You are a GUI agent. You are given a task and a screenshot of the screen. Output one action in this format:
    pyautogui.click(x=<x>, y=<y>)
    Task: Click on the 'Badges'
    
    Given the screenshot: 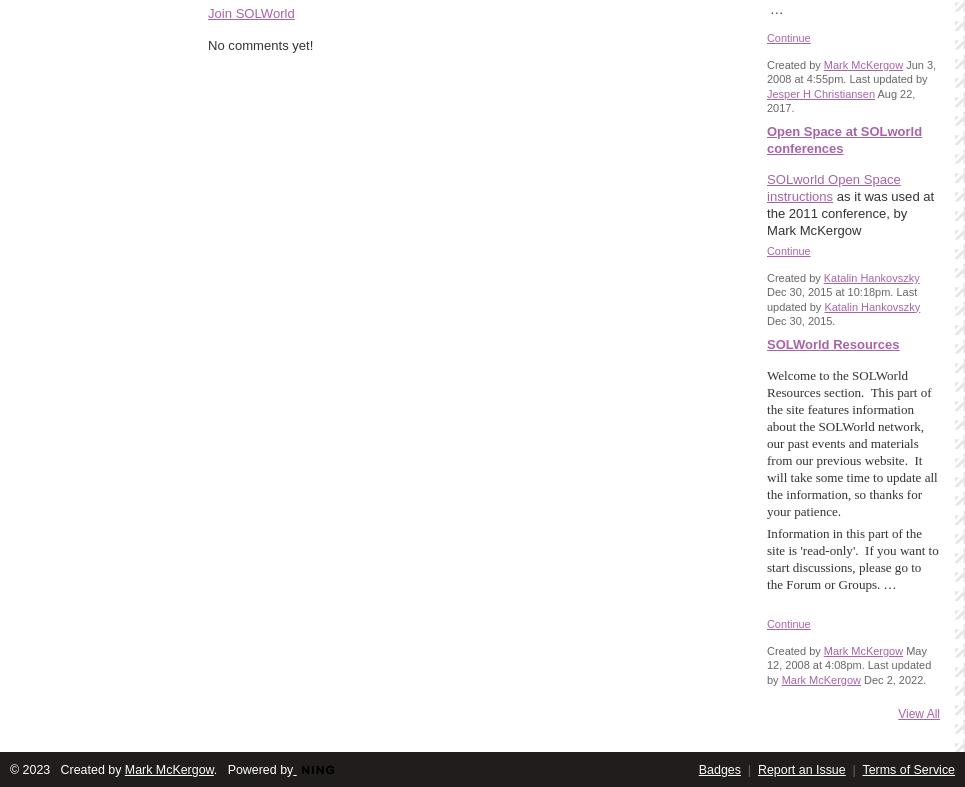 What is the action you would take?
    pyautogui.click(x=719, y=770)
    